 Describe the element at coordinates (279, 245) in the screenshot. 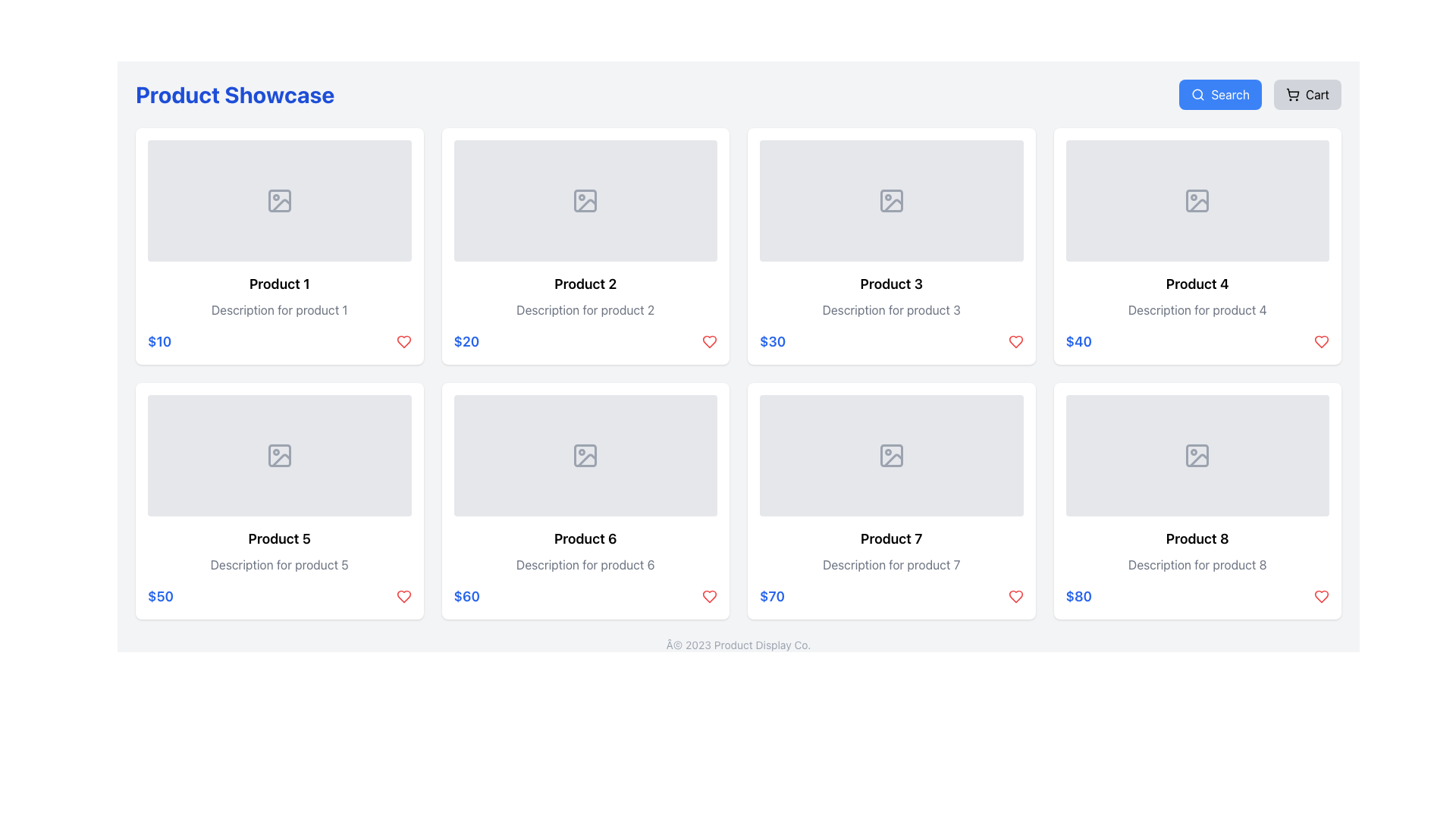

I see `the top-left product card in the shopping interface, which includes an image placeholder, name, description, and price` at that location.